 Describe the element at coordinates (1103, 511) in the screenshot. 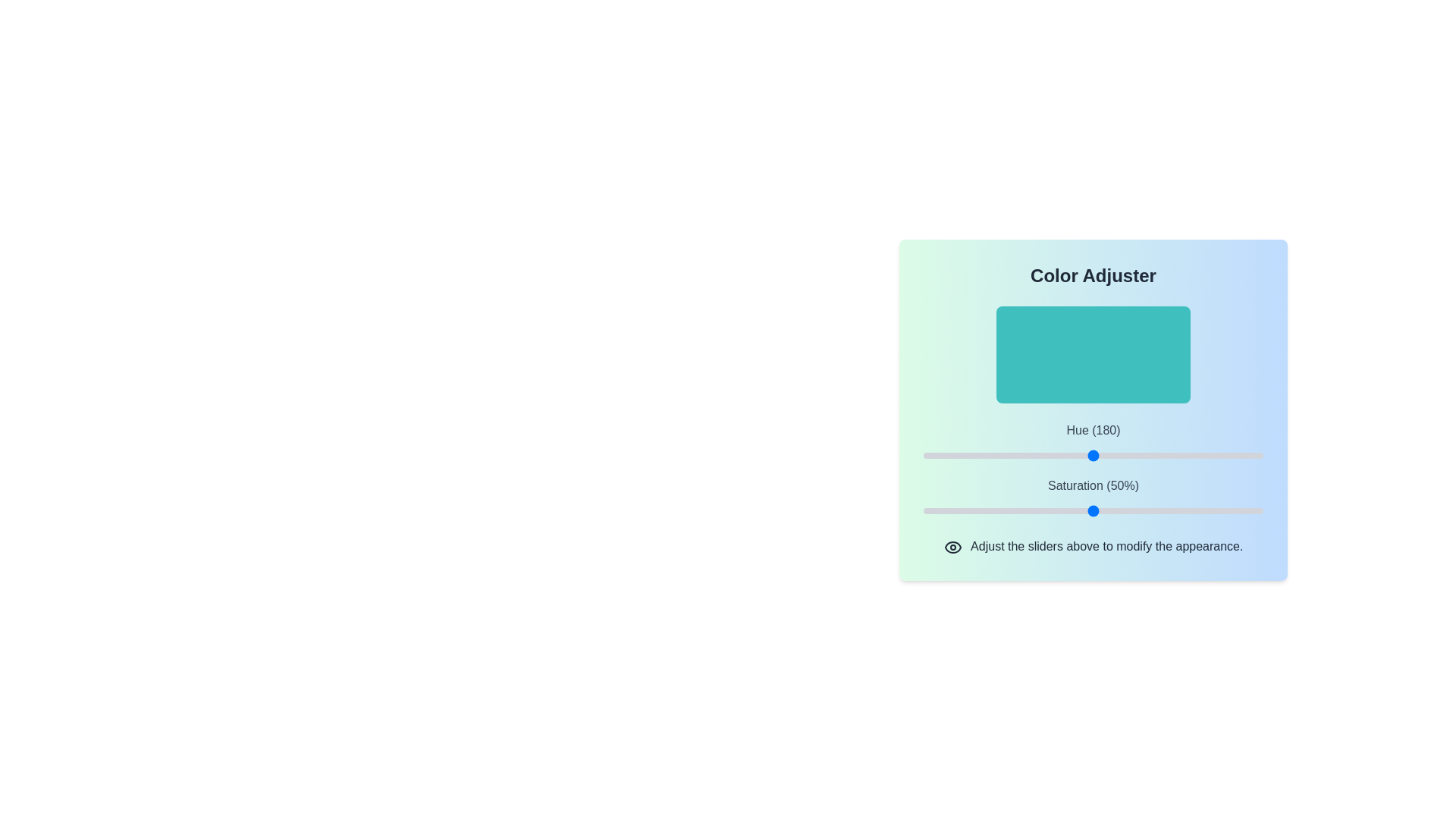

I see `the saturation slider to set the saturation to 53%` at that location.